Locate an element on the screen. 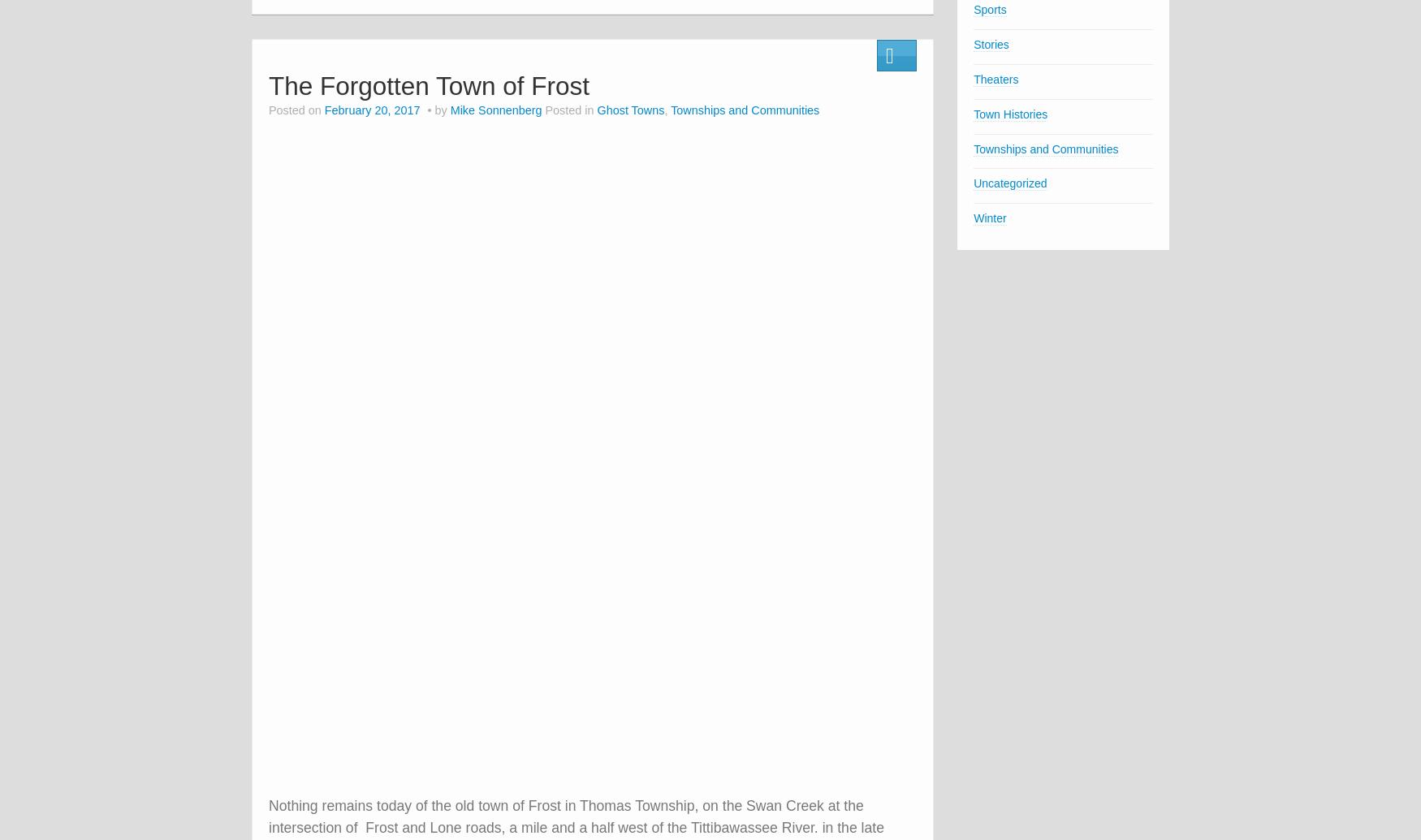 Image resolution: width=1421 pixels, height=840 pixels. 'by' is located at coordinates (439, 110).